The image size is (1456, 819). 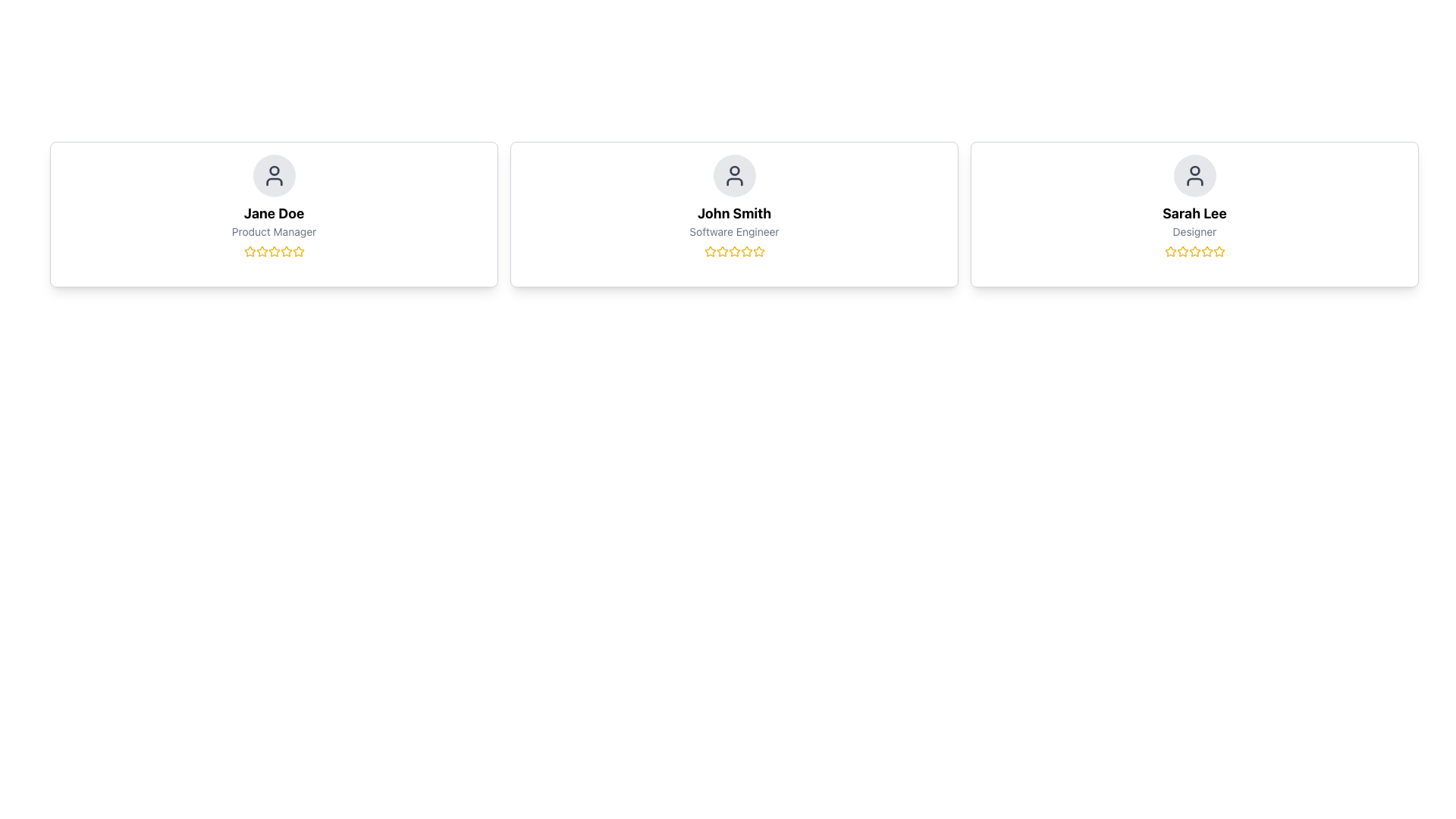 What do you see at coordinates (249, 250) in the screenshot?
I see `the yellow star icon with a hollow center, which is the first star in a series of five rating stars located beneath the text 'Jane Doe' and 'Product Manager'` at bounding box center [249, 250].